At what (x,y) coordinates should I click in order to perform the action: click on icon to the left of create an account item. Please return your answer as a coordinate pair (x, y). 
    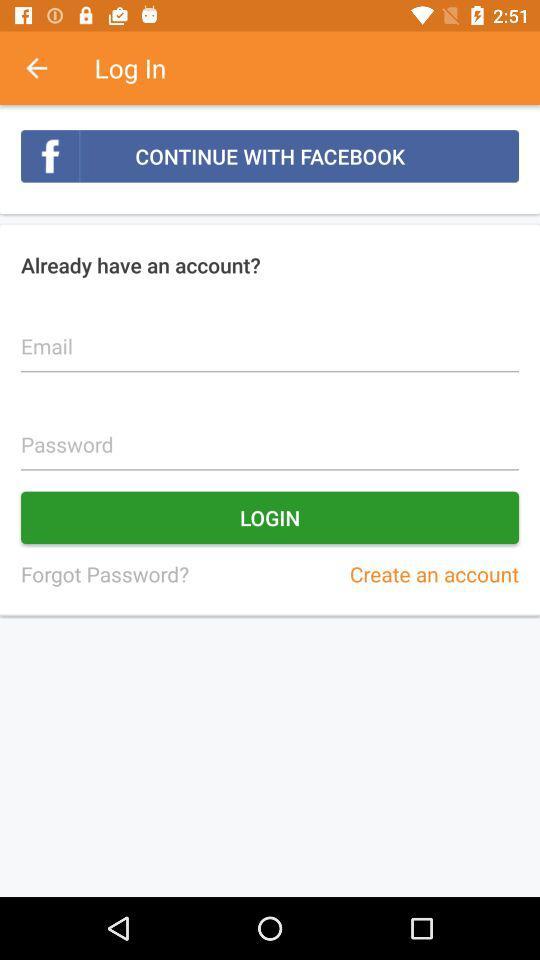
    Looking at the image, I should click on (104, 574).